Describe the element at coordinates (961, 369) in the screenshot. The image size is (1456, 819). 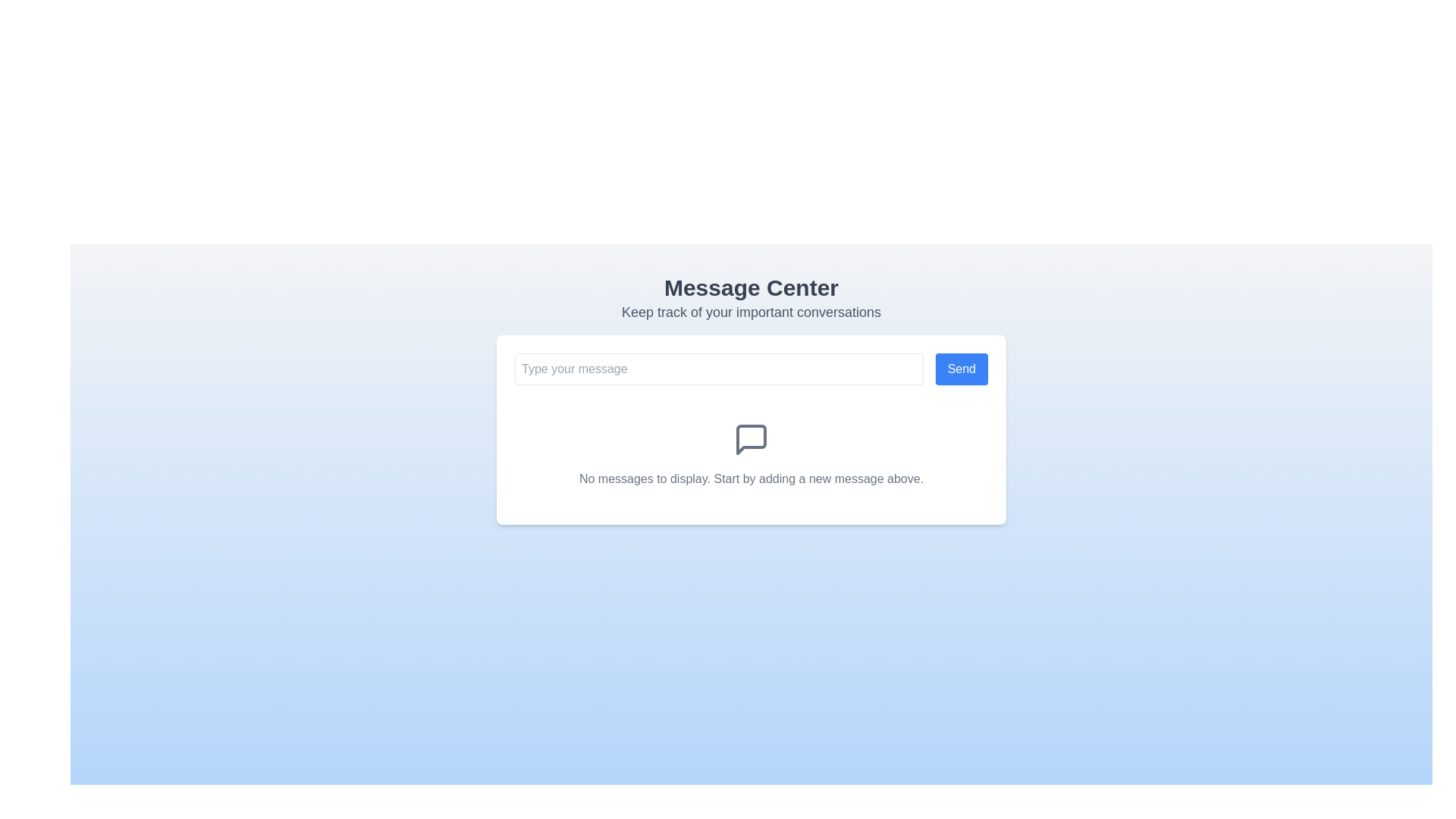
I see `the rectangular blue button labeled 'Send' to observe the hover effect, which changes the button's color to a lighter blue` at that location.